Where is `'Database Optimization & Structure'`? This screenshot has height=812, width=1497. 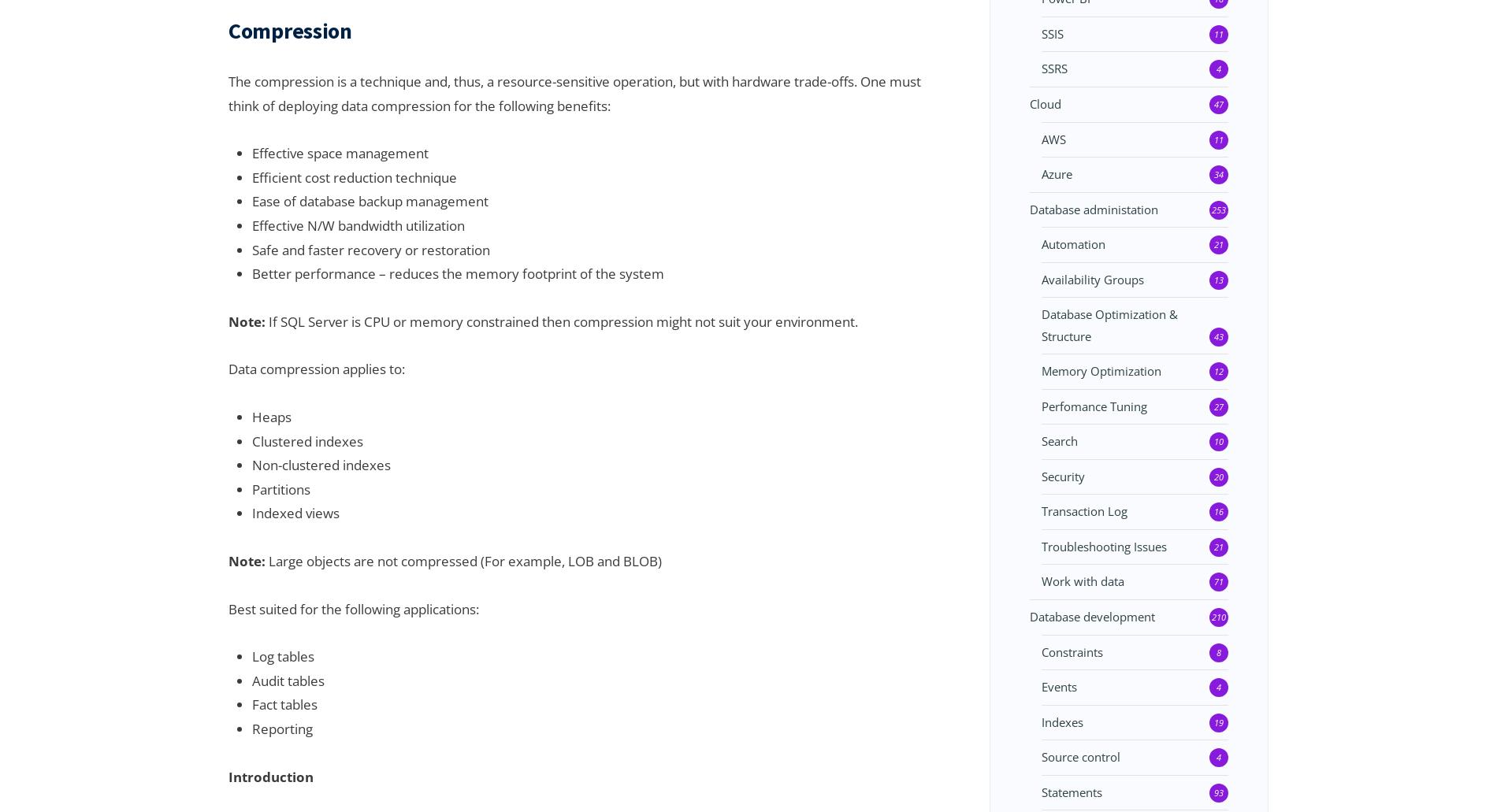
'Database Optimization & Structure' is located at coordinates (1109, 324).